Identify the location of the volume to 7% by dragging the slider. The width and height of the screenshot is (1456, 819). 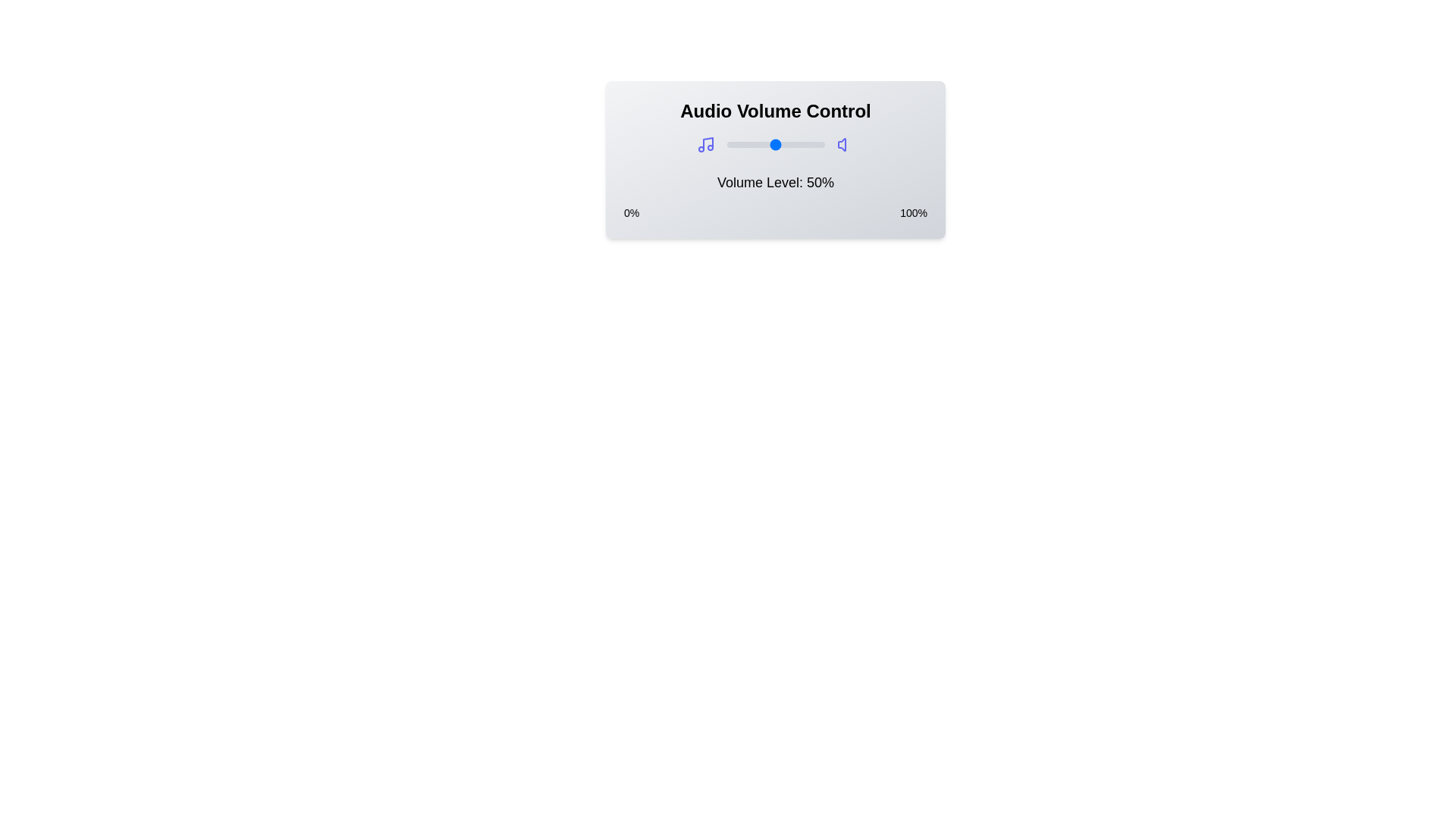
(733, 145).